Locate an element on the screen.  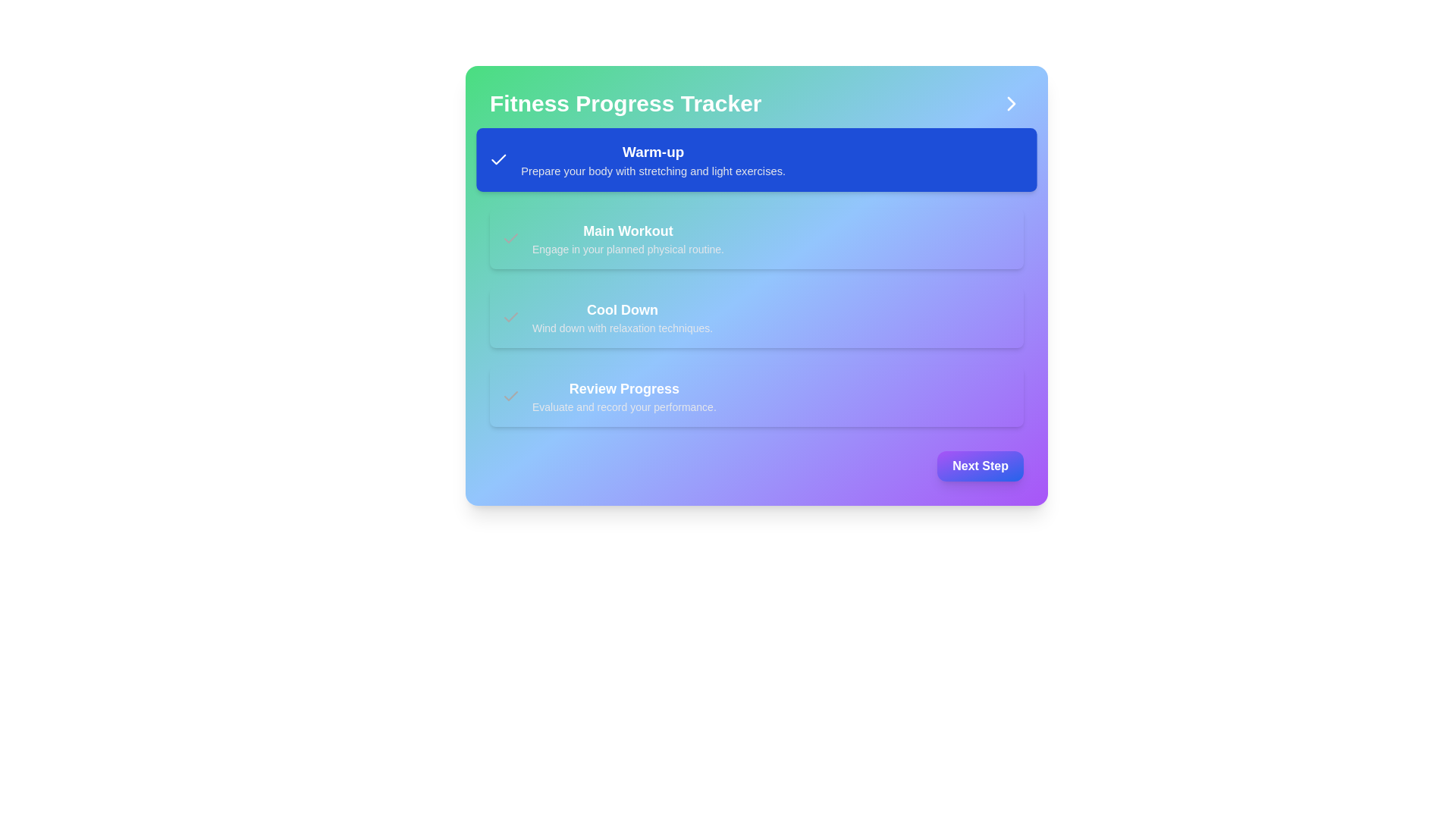
text block component that informs the user about the 'Review Progress' activity, located beneath the 'Cool Down' item and above the 'Next Step' button is located at coordinates (624, 396).